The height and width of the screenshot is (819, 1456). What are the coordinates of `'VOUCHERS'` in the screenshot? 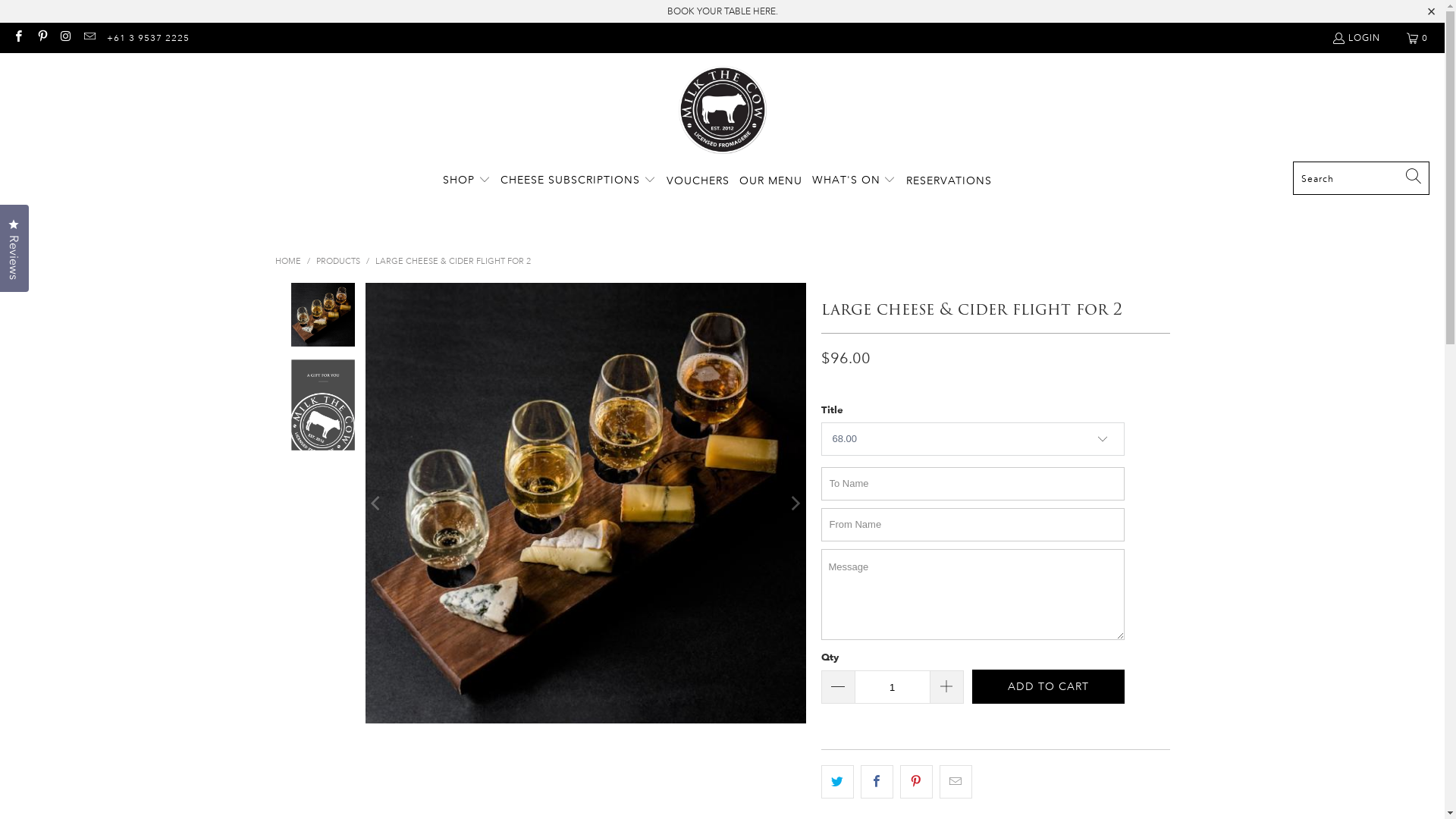 It's located at (697, 180).